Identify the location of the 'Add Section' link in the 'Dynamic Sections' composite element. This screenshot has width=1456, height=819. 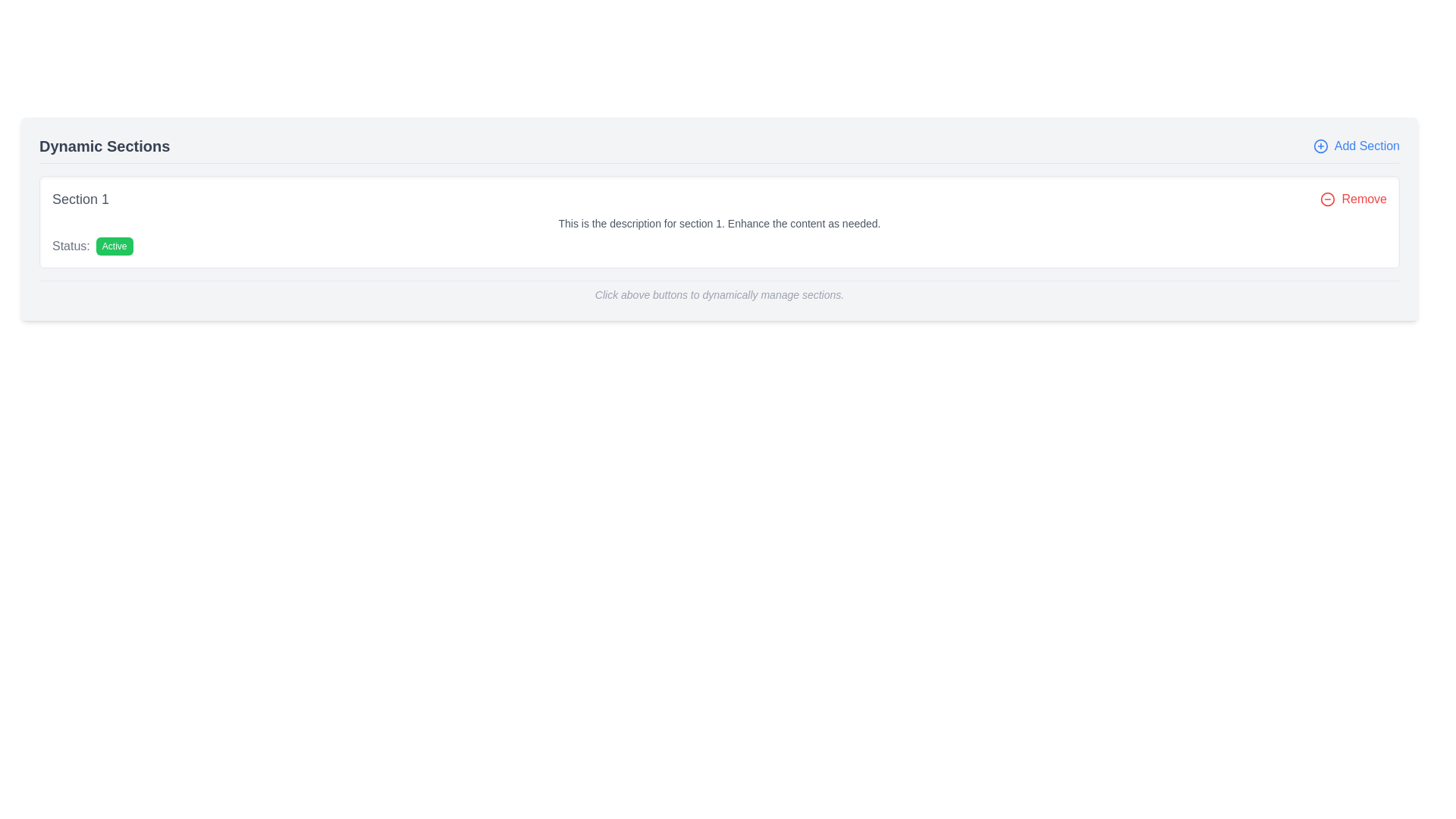
(719, 149).